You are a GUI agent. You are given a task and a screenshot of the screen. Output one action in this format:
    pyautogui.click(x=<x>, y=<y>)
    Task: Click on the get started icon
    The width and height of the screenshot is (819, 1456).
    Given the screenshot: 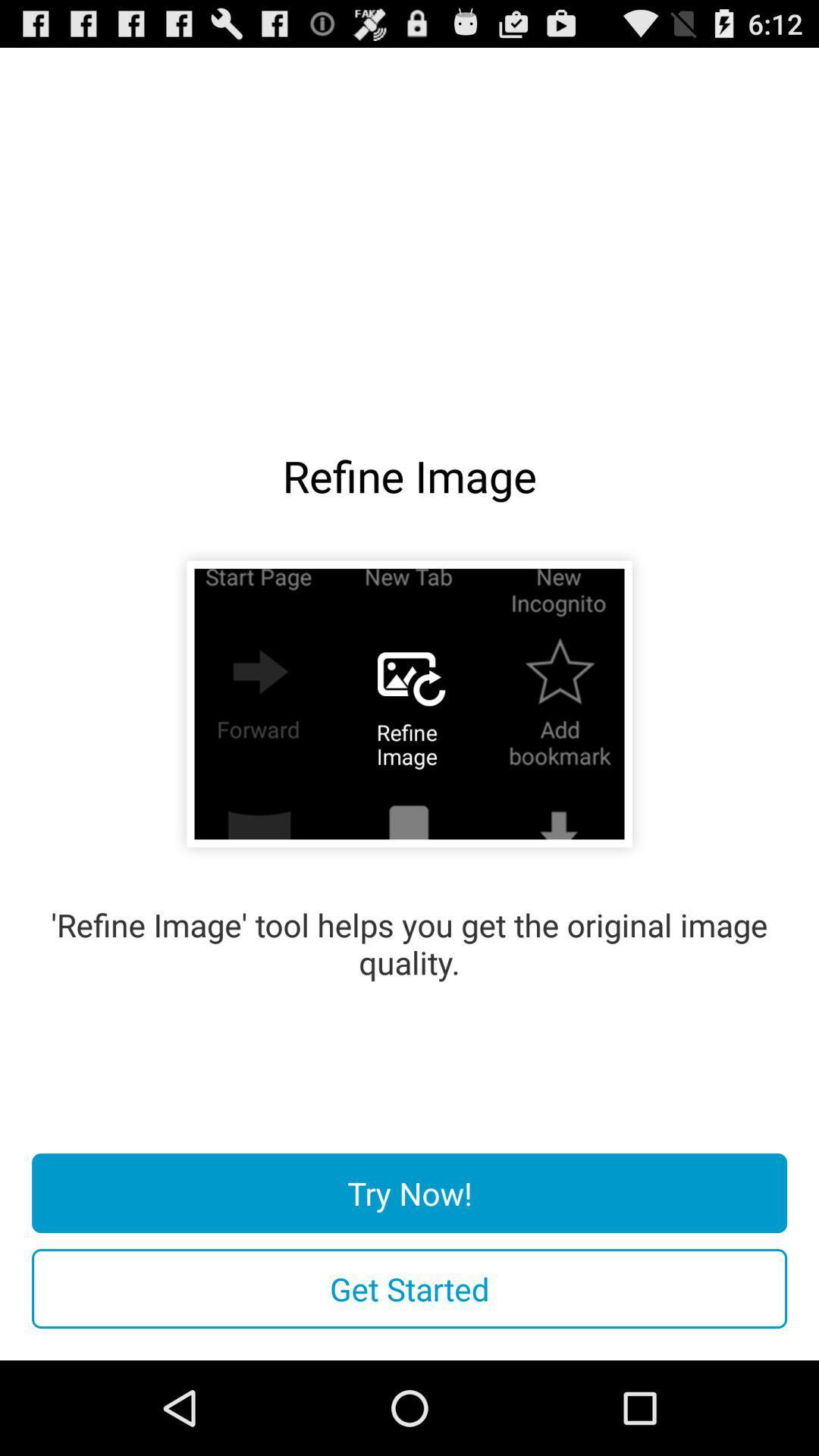 What is the action you would take?
    pyautogui.click(x=409, y=1288)
    